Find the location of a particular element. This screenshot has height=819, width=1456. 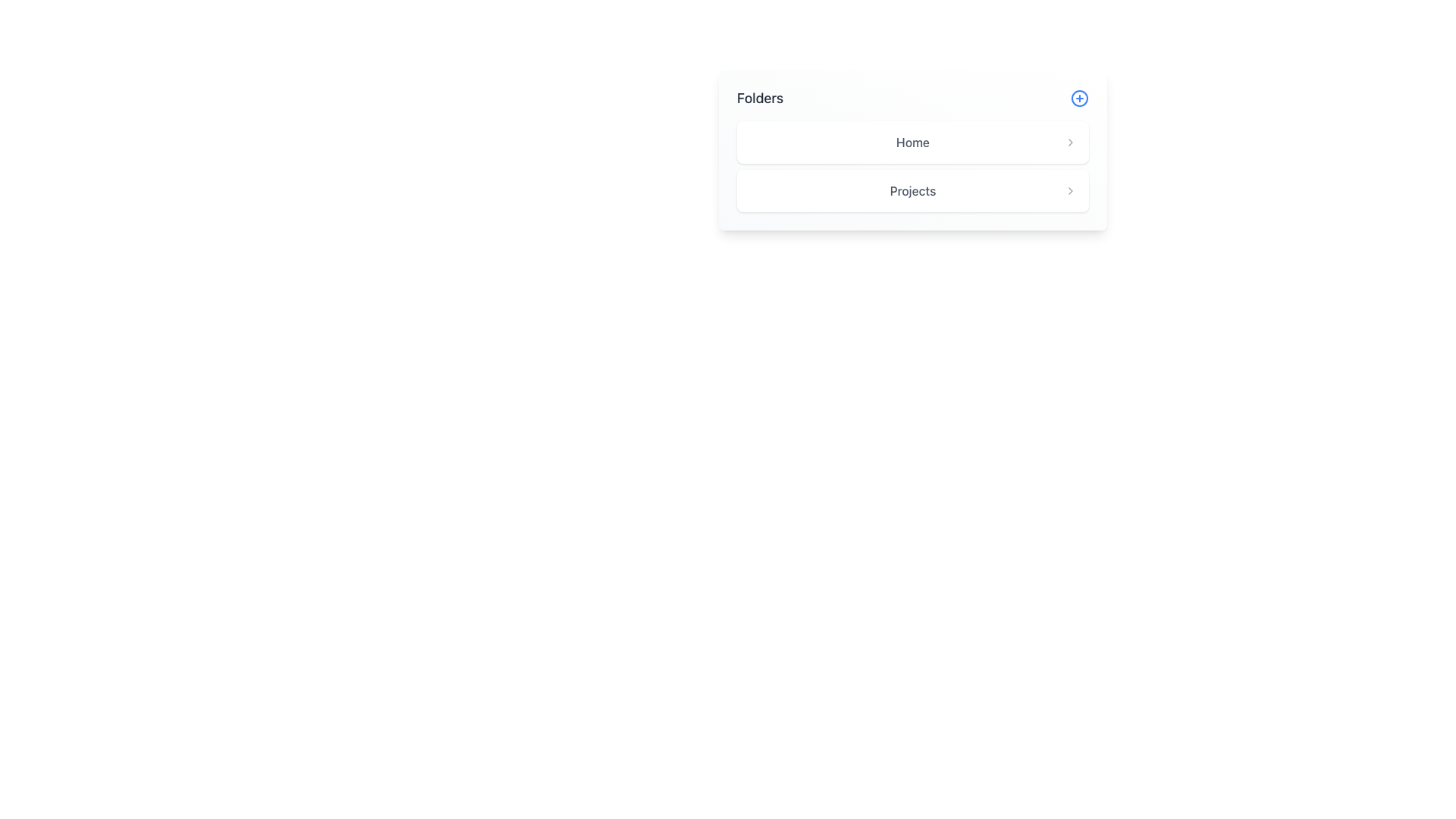

the 'Add' button located at the top-right corner of the 'Folders' section is located at coordinates (1079, 99).